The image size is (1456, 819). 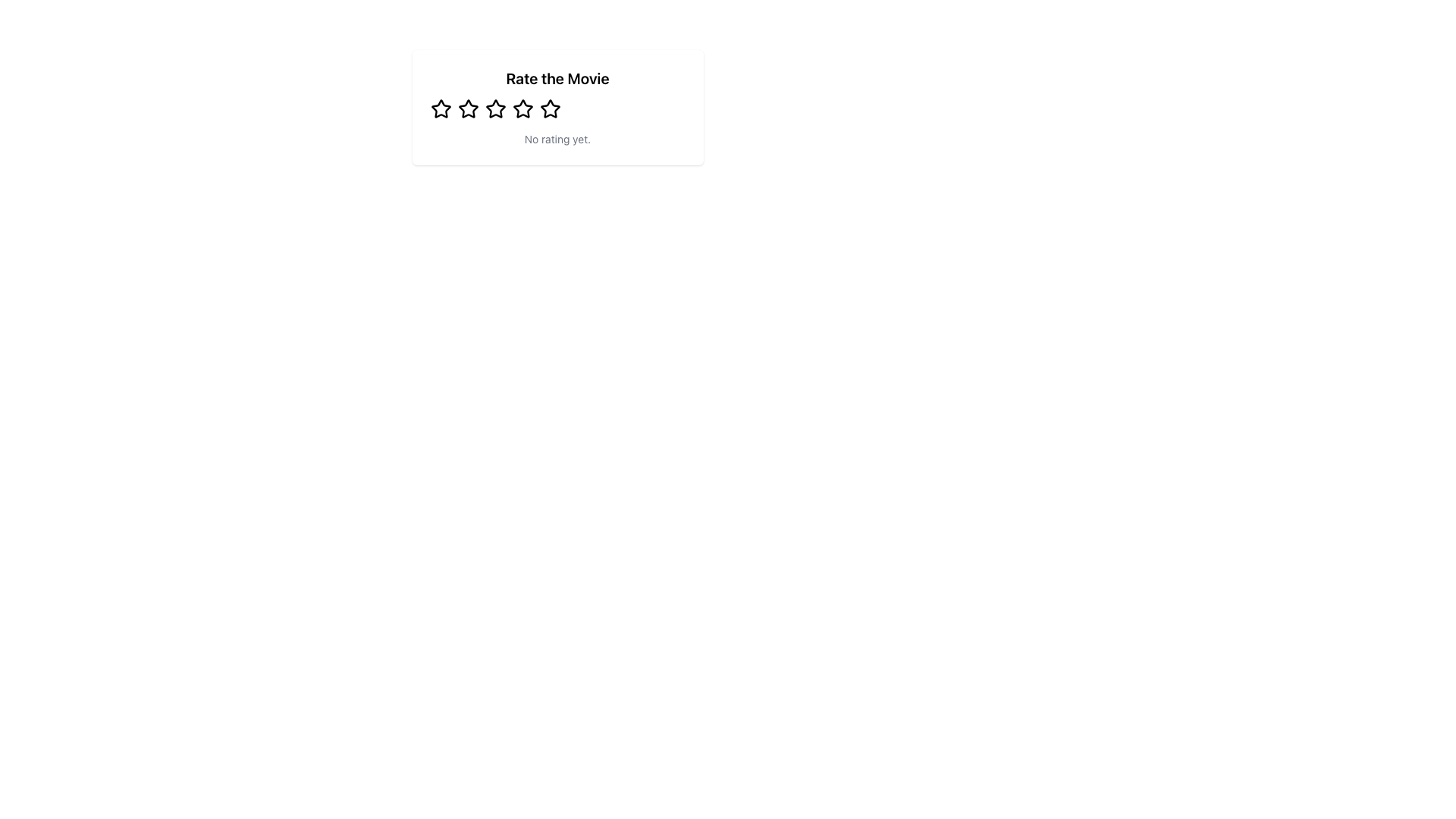 What do you see at coordinates (549, 108) in the screenshot?
I see `the fourth star in the rating component` at bounding box center [549, 108].